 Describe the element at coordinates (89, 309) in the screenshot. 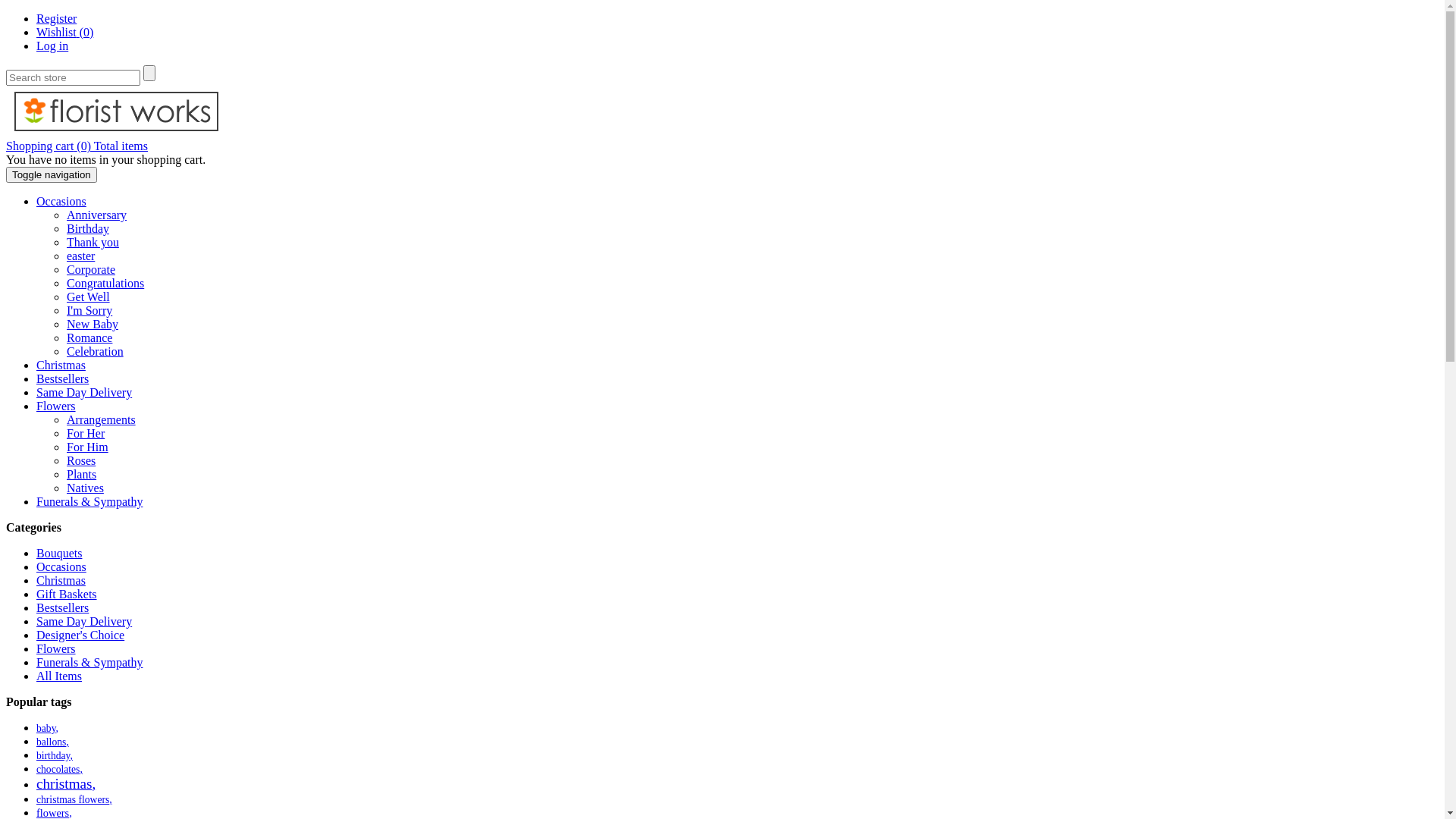

I see `'I'm Sorry'` at that location.